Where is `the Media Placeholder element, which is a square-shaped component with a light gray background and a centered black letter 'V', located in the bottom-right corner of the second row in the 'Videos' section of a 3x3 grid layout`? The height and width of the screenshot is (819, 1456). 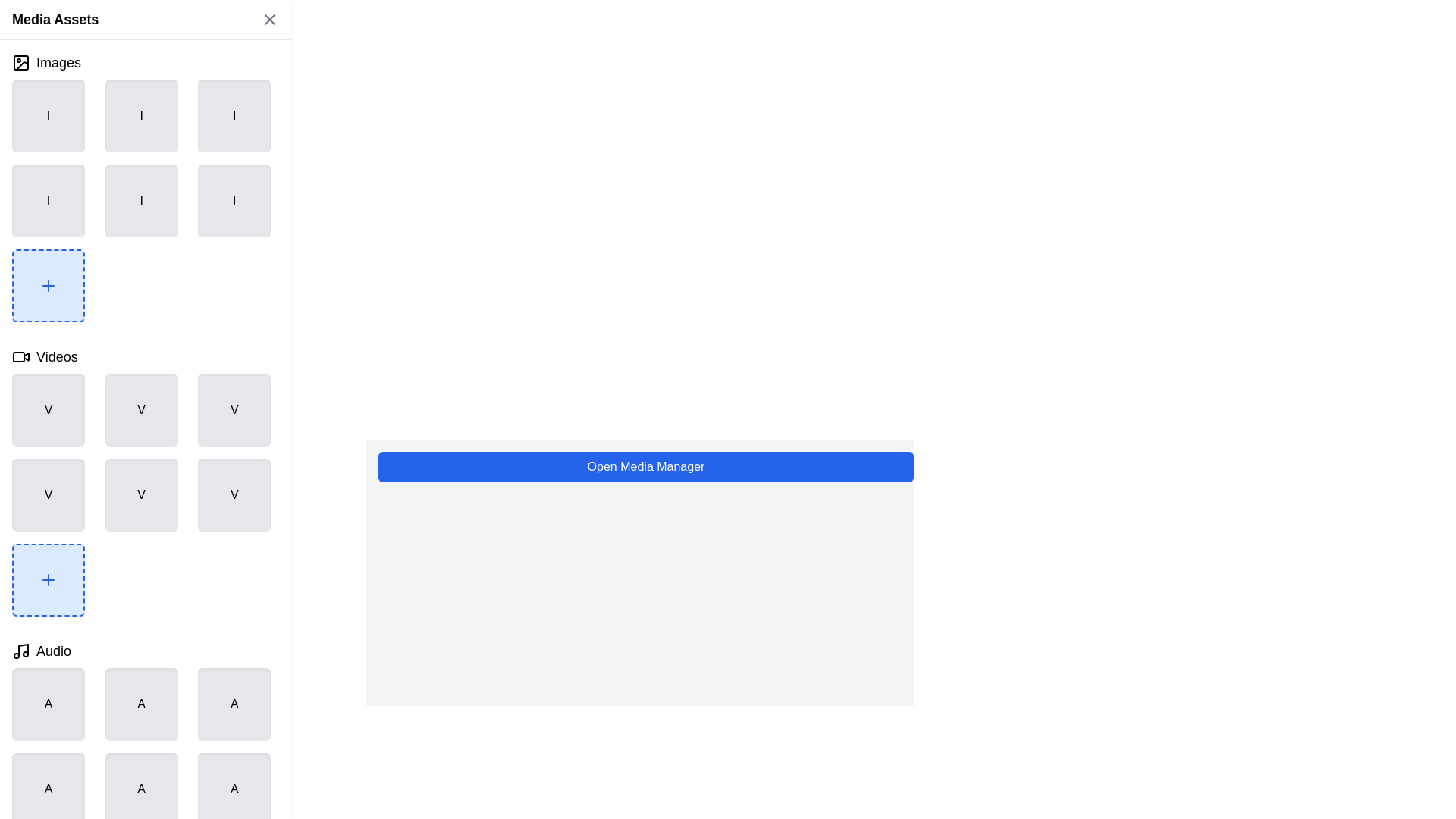
the Media Placeholder element, which is a square-shaped component with a light gray background and a centered black letter 'V', located in the bottom-right corner of the second row in the 'Videos' section of a 3x3 grid layout is located at coordinates (234, 494).